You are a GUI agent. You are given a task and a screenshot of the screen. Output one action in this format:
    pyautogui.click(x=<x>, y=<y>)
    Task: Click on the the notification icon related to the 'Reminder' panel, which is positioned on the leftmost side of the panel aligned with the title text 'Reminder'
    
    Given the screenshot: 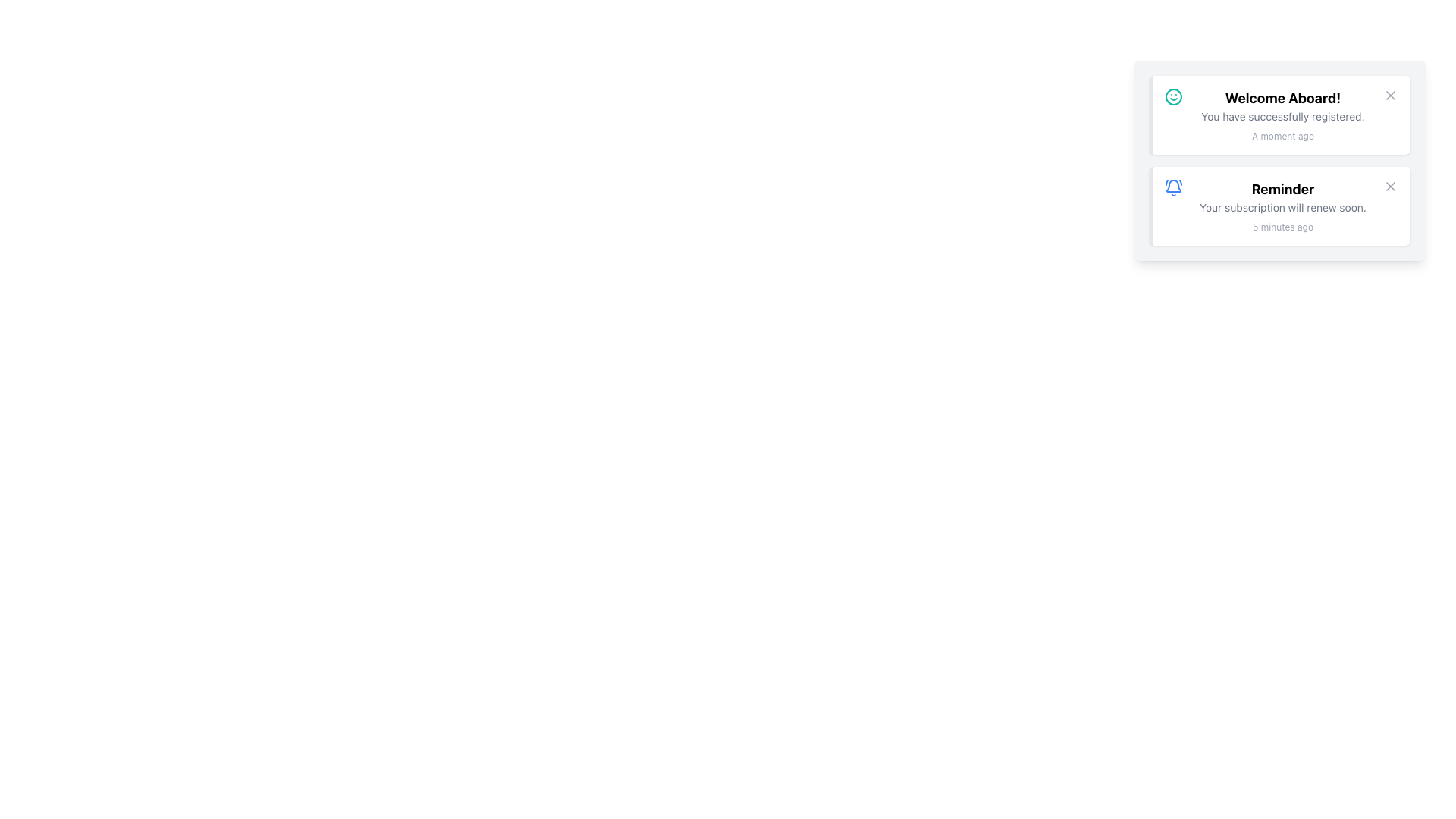 What is the action you would take?
    pyautogui.click(x=1173, y=187)
    